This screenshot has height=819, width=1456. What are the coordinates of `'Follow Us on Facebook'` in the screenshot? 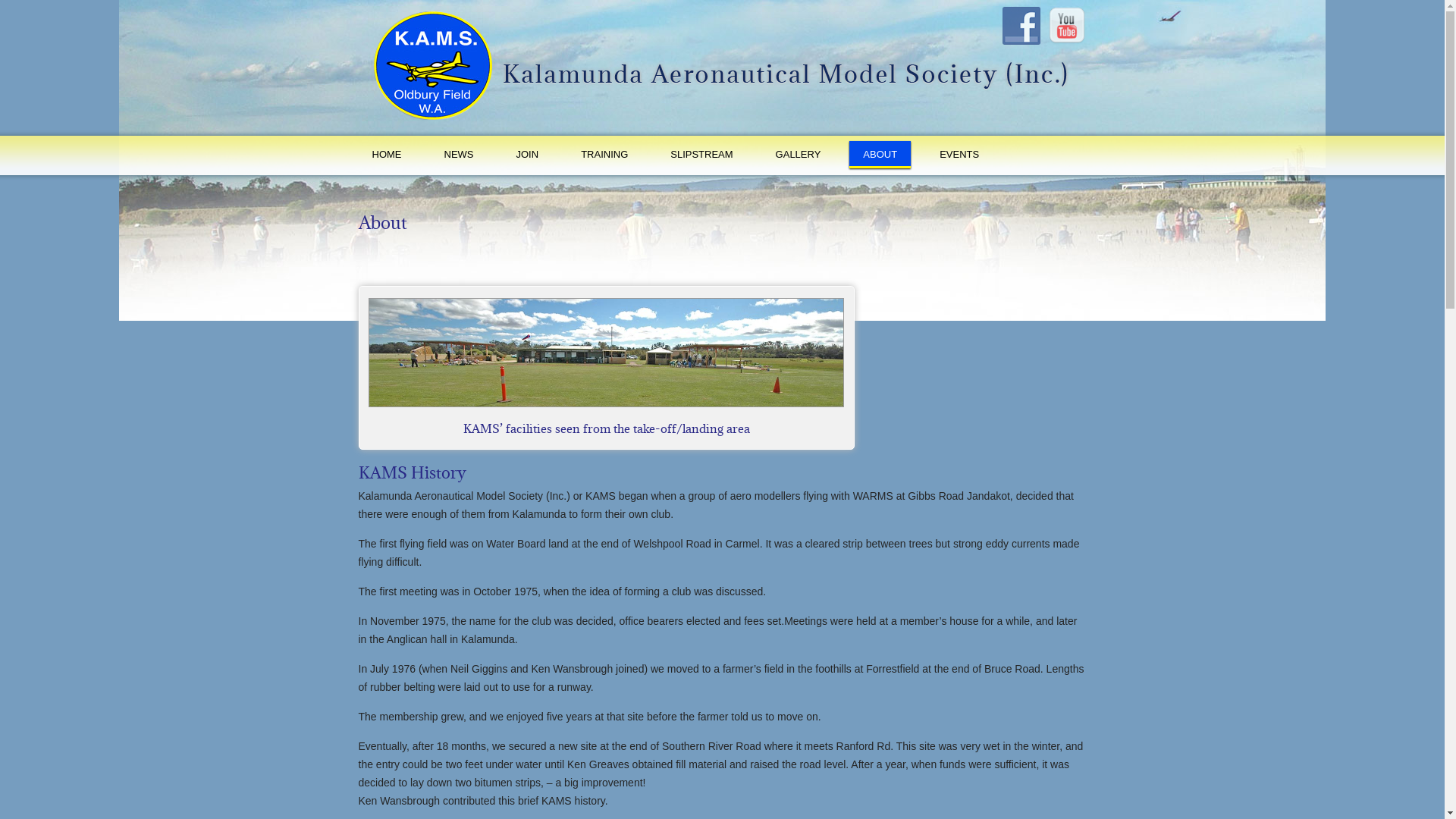 It's located at (1021, 26).